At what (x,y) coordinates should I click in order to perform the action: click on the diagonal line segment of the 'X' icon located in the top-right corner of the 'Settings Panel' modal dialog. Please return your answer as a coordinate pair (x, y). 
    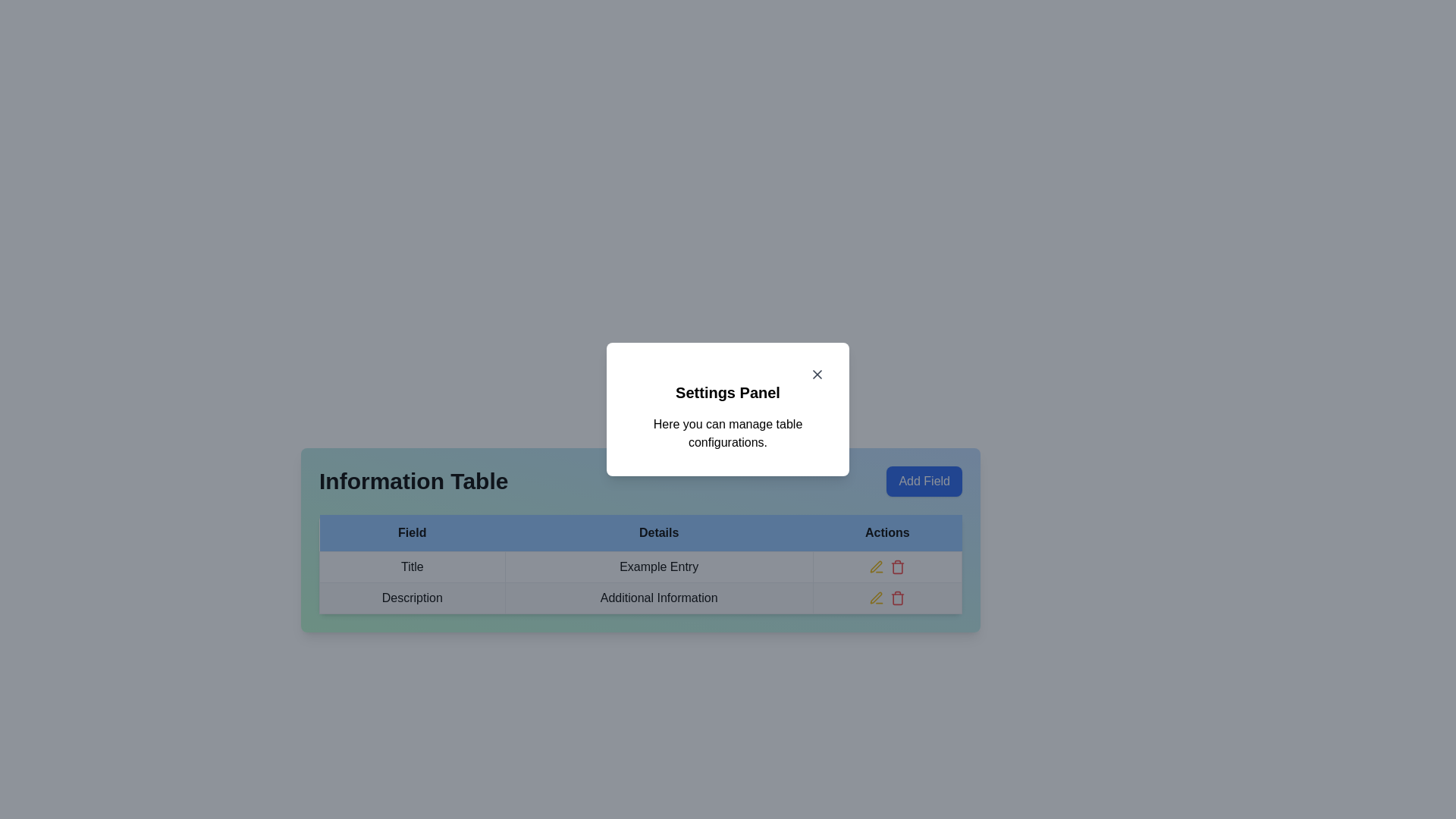
    Looking at the image, I should click on (817, 374).